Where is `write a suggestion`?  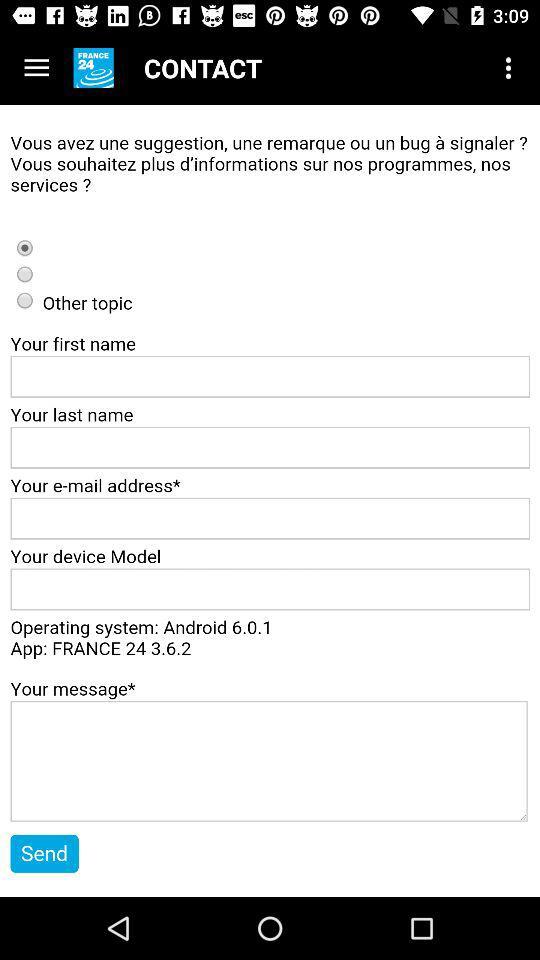 write a suggestion is located at coordinates (270, 500).